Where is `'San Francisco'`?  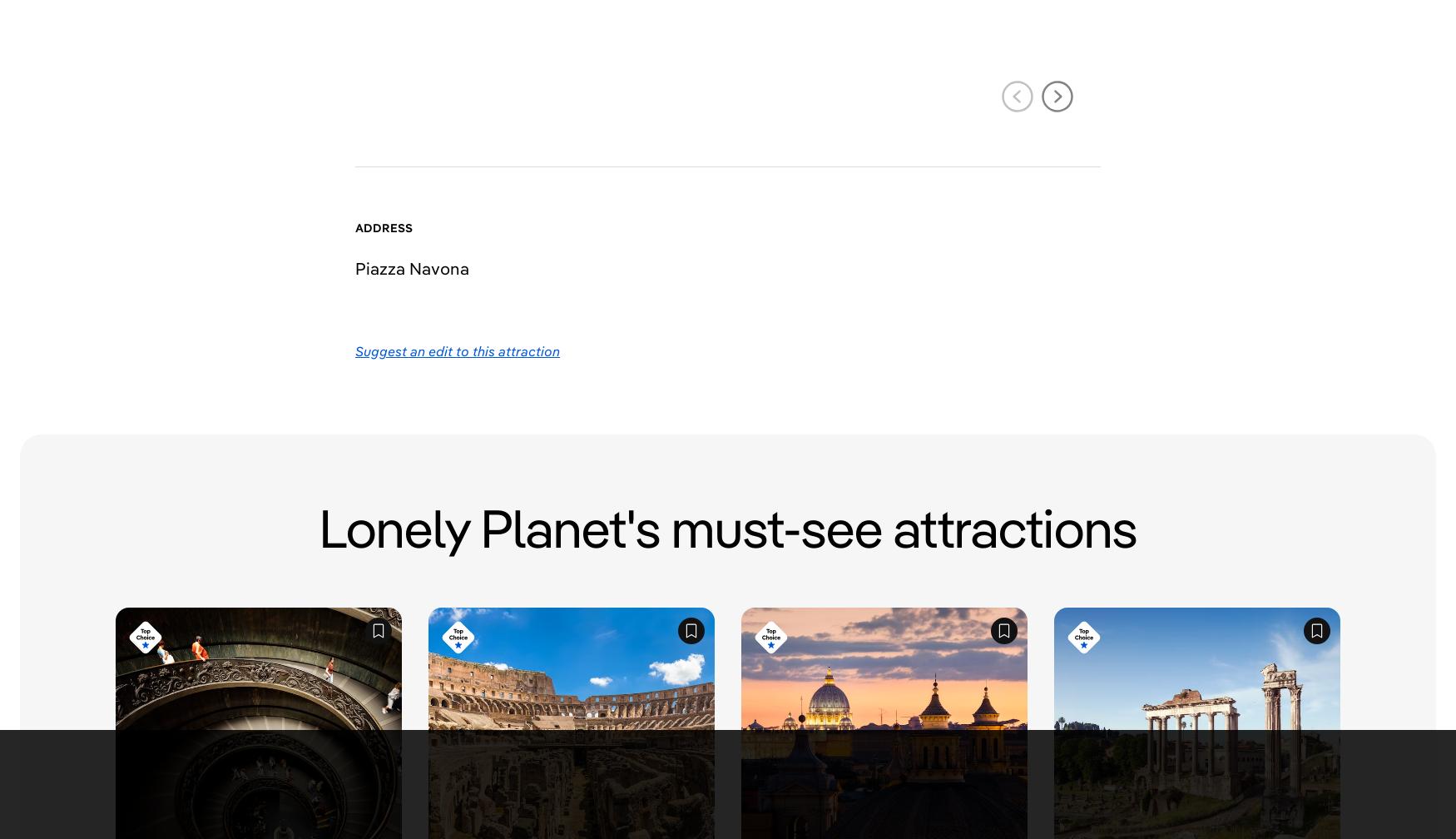 'San Francisco' is located at coordinates (641, 782).